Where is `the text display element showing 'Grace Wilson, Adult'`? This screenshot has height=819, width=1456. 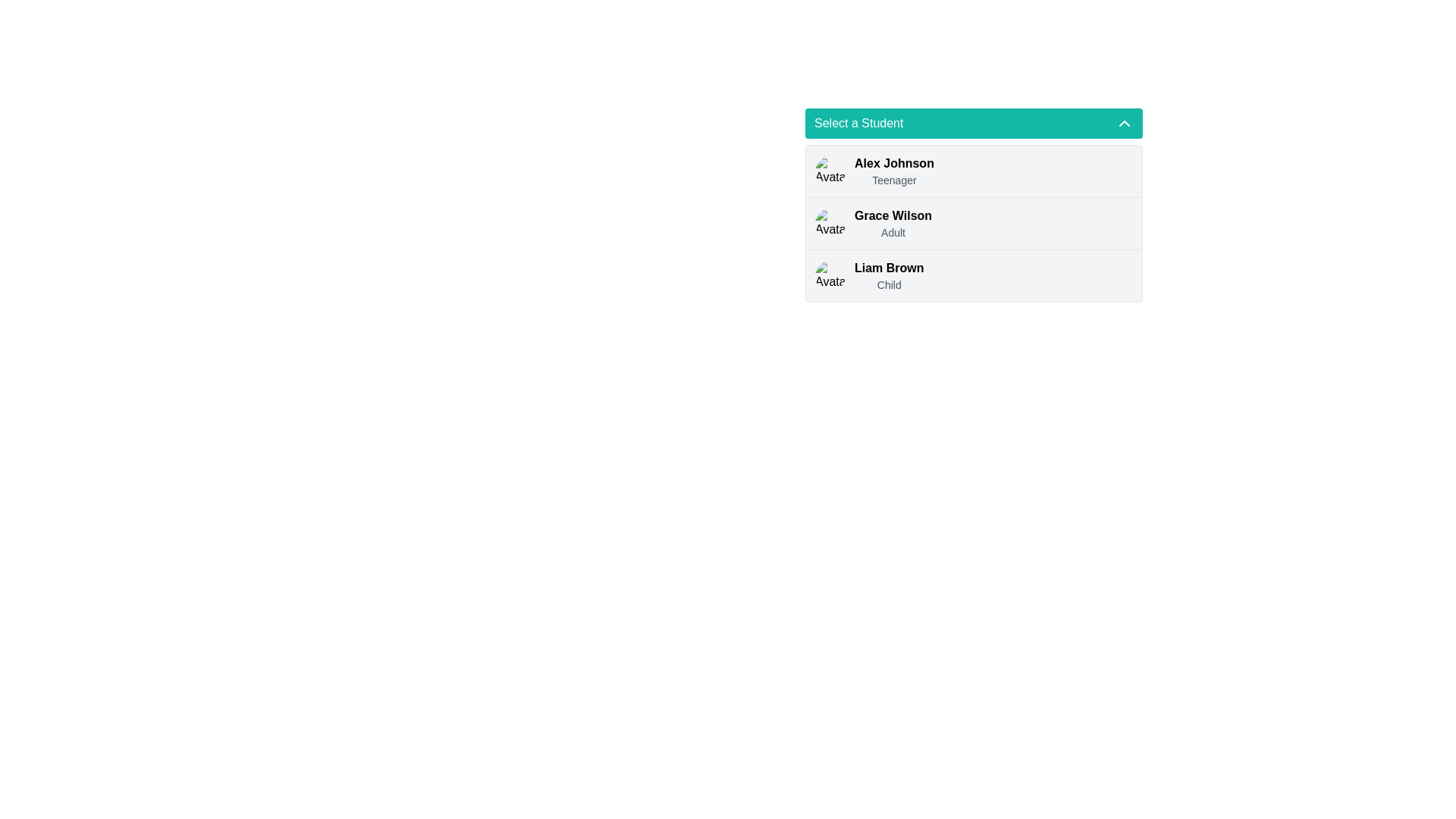
the text display element showing 'Grace Wilson, Adult' is located at coordinates (893, 223).